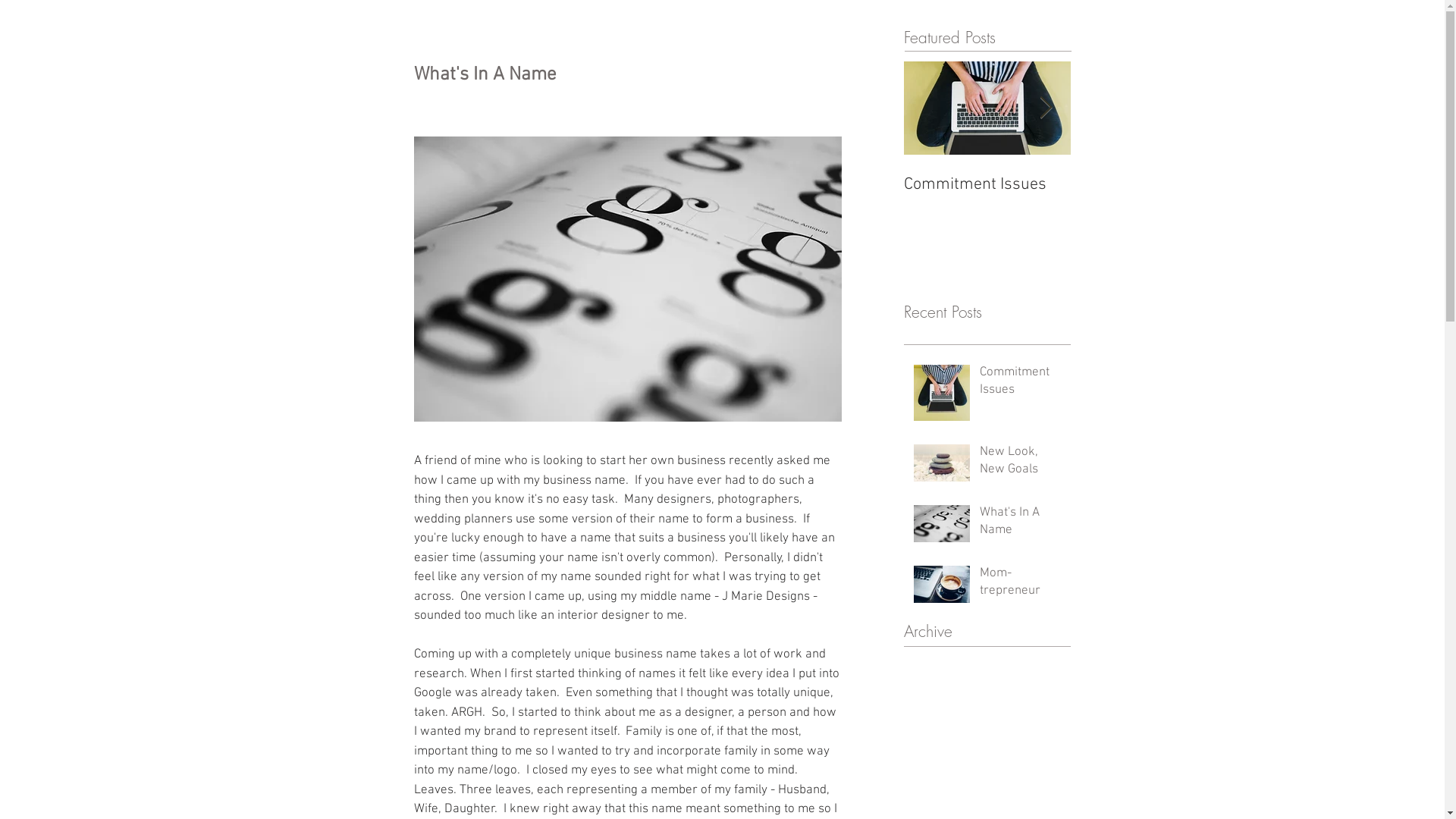 This screenshot has height=819, width=1456. What do you see at coordinates (1020, 384) in the screenshot?
I see `'Commitment Issues'` at bounding box center [1020, 384].